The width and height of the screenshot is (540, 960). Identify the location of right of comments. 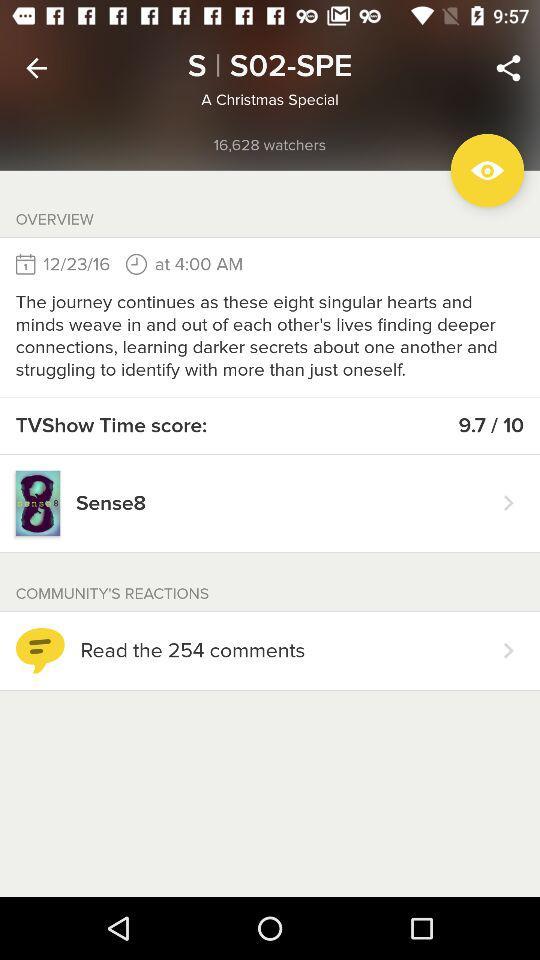
(508, 649).